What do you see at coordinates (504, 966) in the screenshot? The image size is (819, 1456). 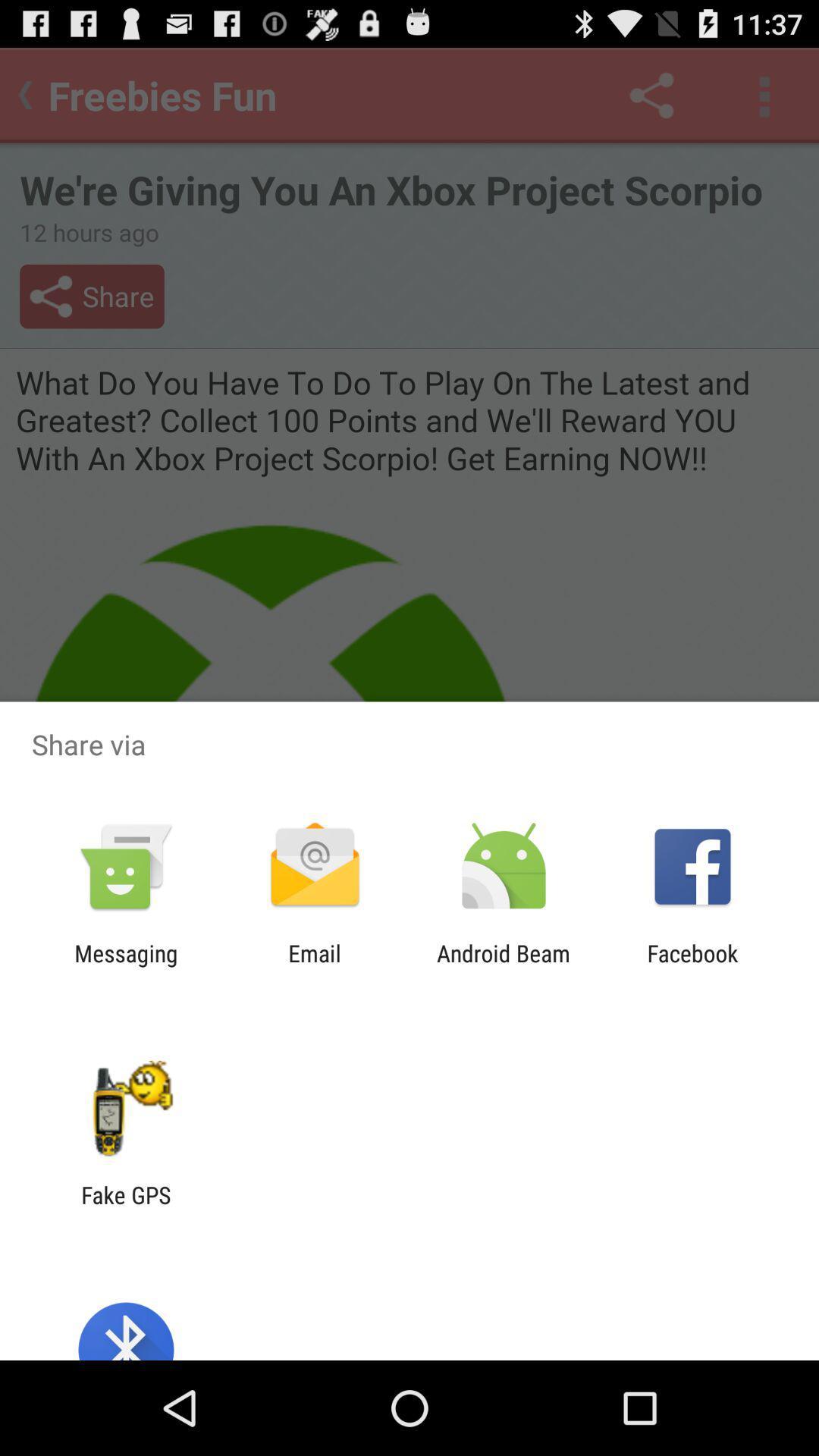 I see `icon to the left of facebook` at bounding box center [504, 966].